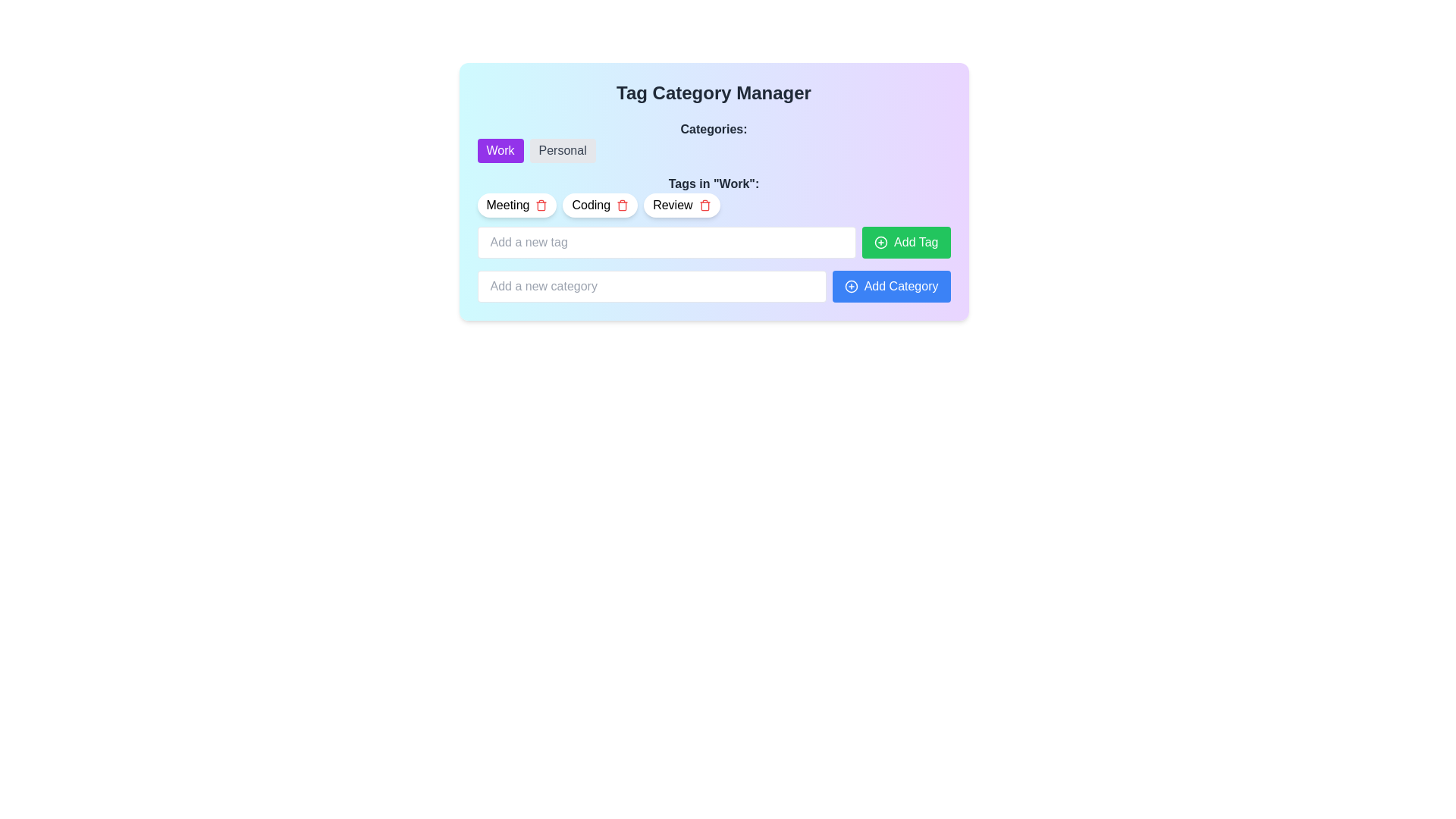 This screenshot has width=1456, height=819. What do you see at coordinates (891, 287) in the screenshot?
I see `the button that allows the user to add a category to the predefined list` at bounding box center [891, 287].